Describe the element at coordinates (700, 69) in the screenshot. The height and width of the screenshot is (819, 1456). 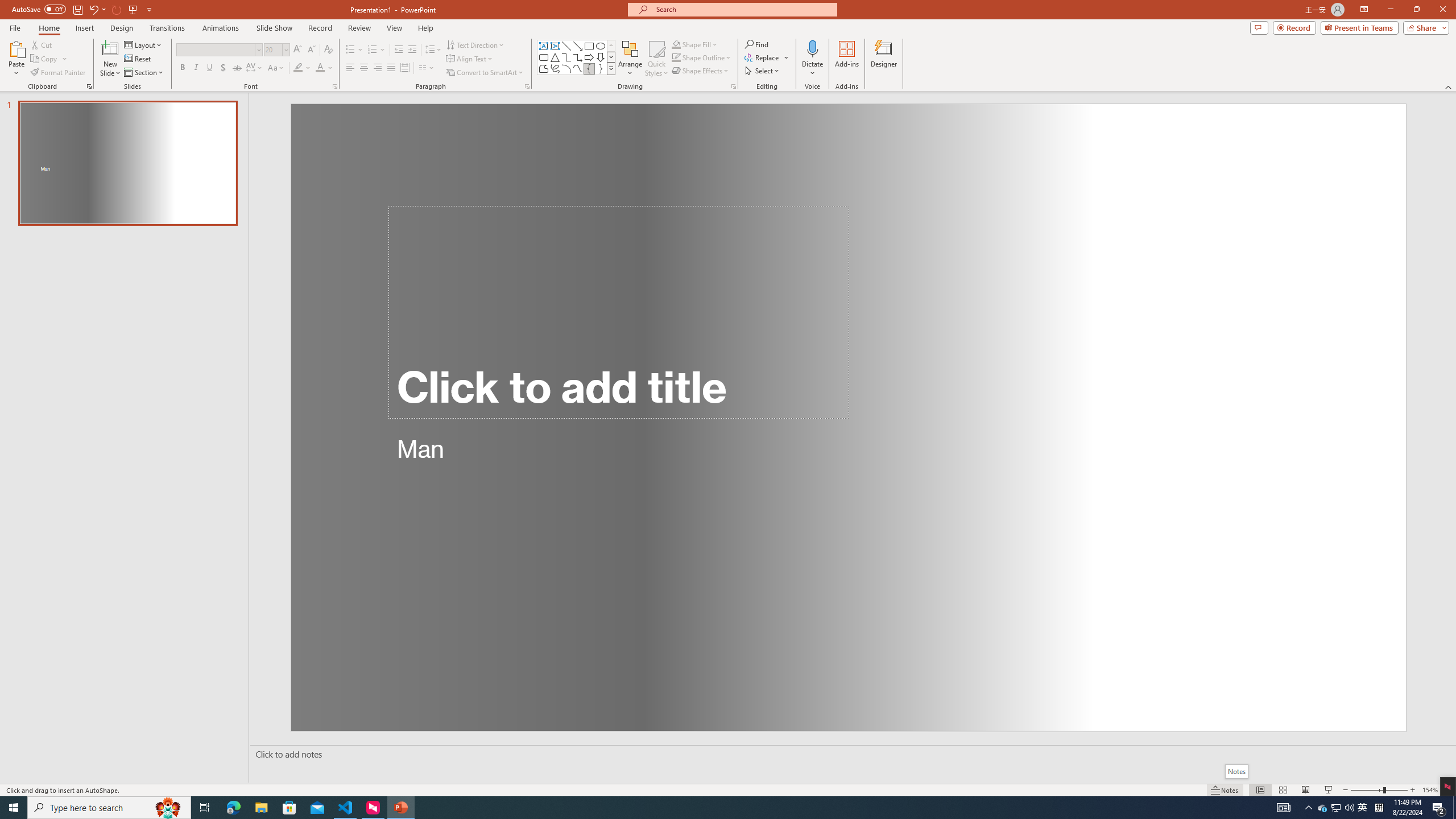
I see `'Shape Effects'` at that location.